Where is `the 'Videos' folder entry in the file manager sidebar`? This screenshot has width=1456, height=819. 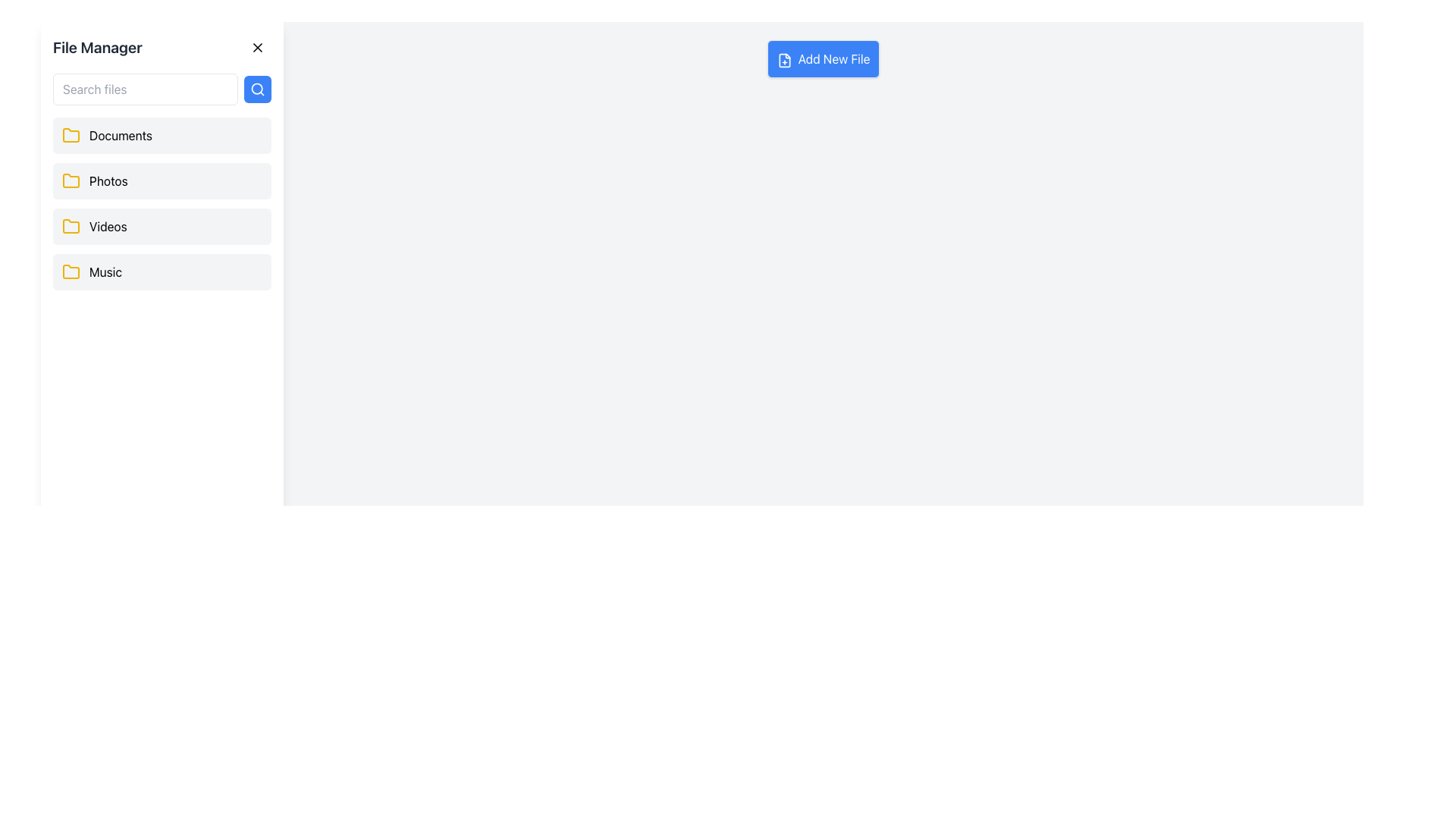 the 'Videos' folder entry in the file manager sidebar is located at coordinates (162, 227).